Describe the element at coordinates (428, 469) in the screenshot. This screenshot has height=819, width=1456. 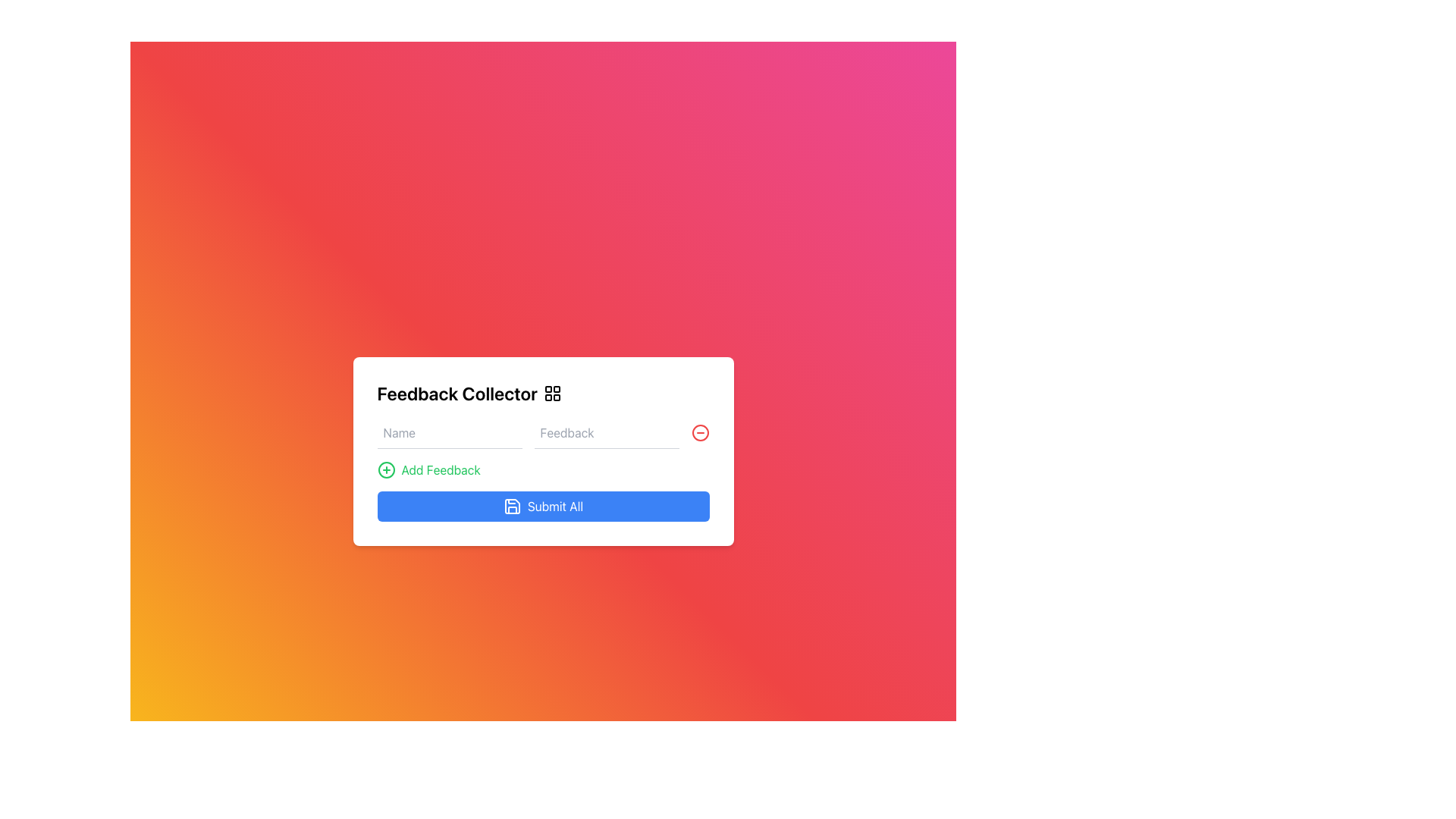
I see `the 'Add Feedback' button, which is styled with green text and a green icon featuring a circle with a plus symbol, located in the 'Feedback Collector' form under the input fields and above the 'Submit All' button` at that location.